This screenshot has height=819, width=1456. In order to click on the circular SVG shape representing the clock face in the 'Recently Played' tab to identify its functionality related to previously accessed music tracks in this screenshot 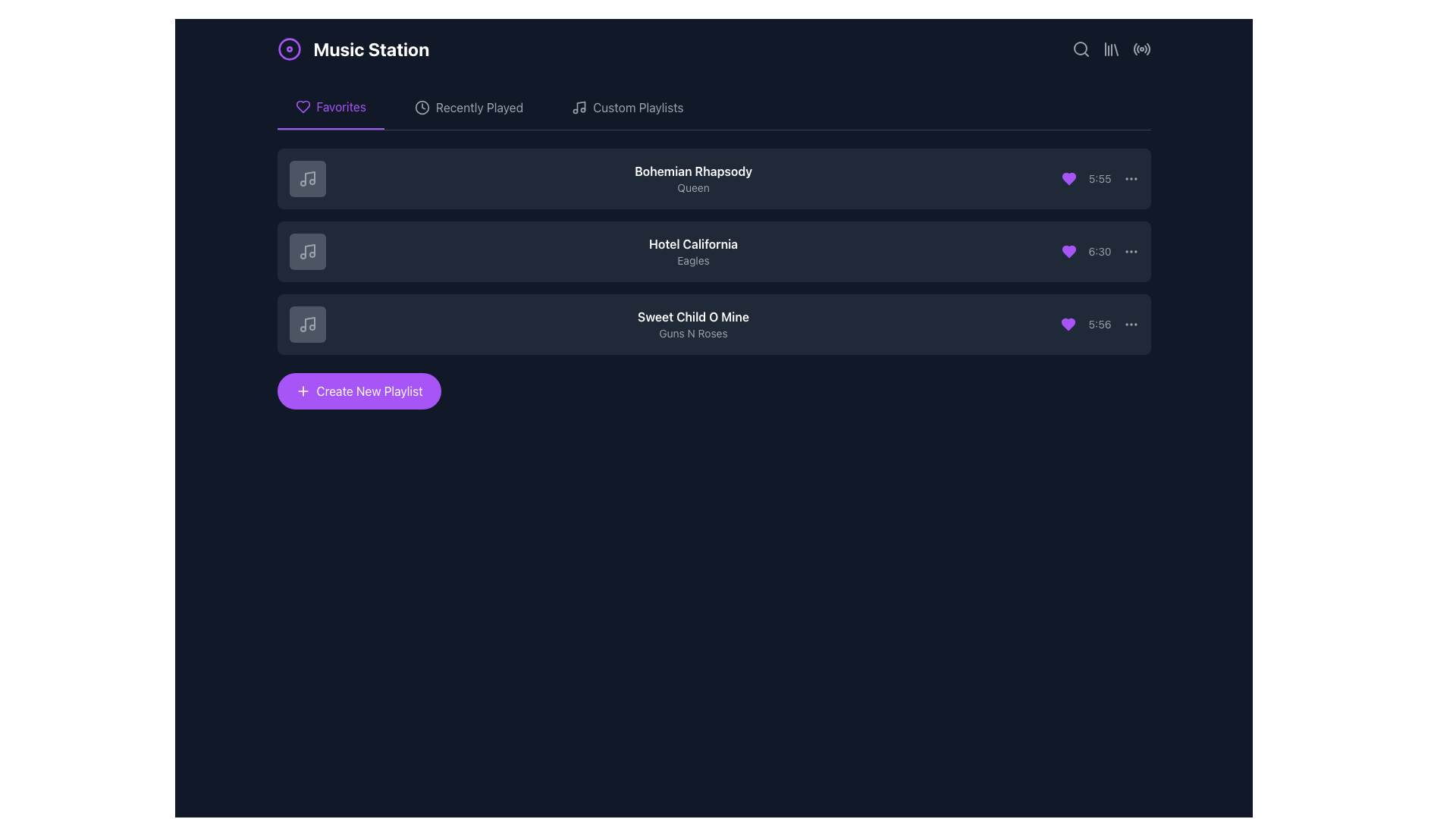, I will do `click(422, 107)`.